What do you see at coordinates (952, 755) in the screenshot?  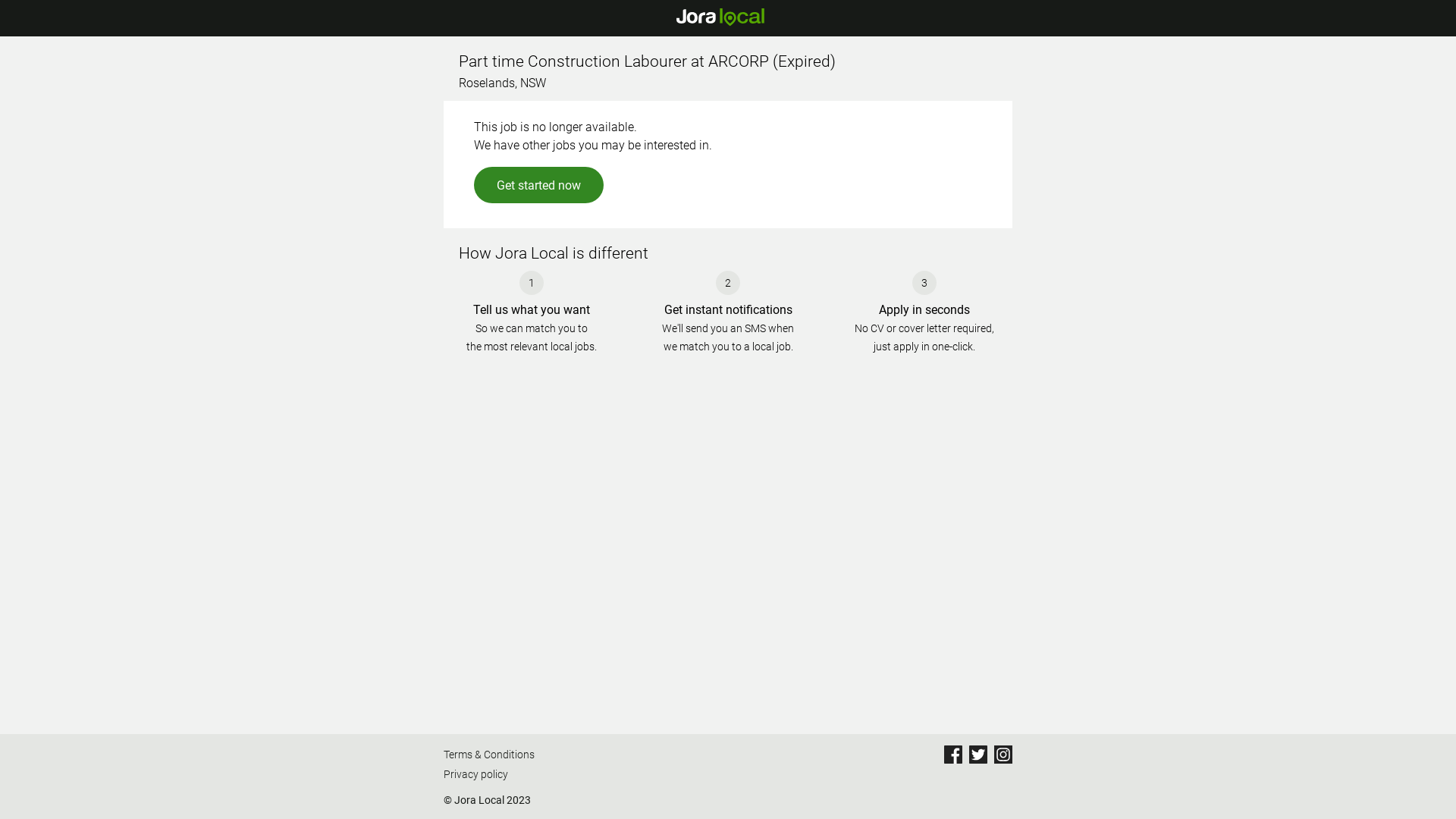 I see `'Facebook'` at bounding box center [952, 755].